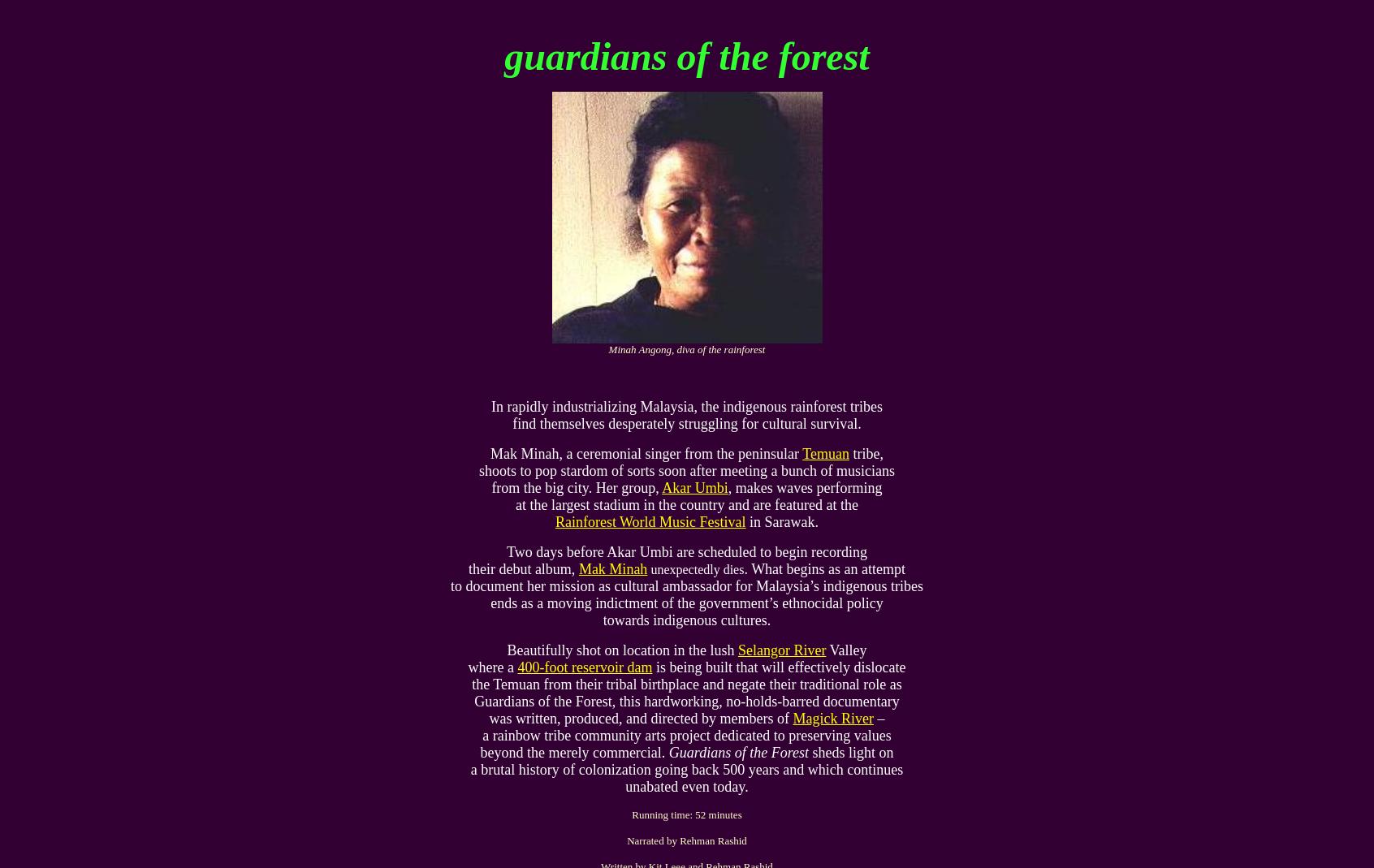 The width and height of the screenshot is (1374, 868). What do you see at coordinates (471, 684) in the screenshot?
I see `'the Temuan
from their tribal birthplace and negate their traditional role as'` at bounding box center [471, 684].